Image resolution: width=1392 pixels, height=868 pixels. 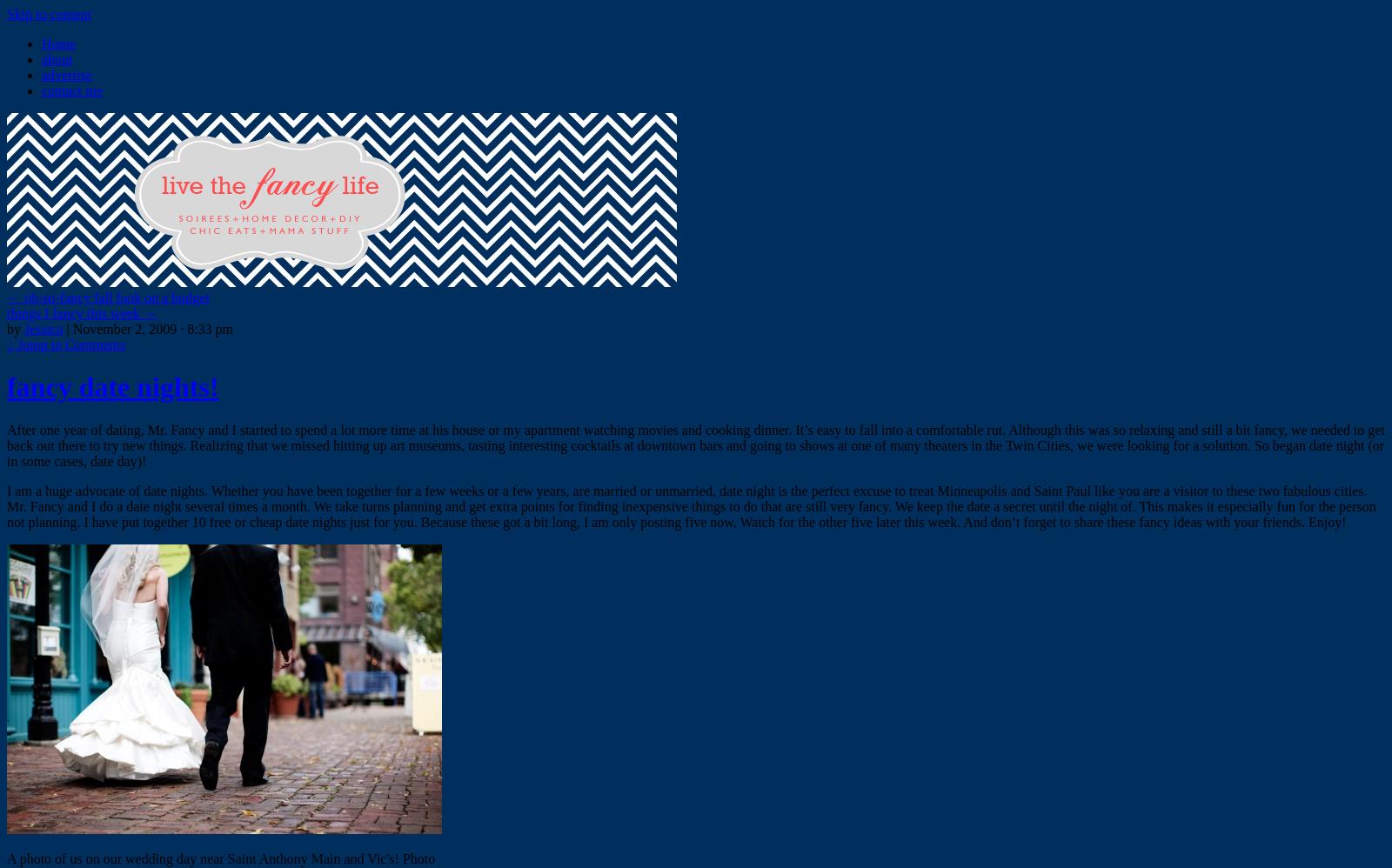 What do you see at coordinates (13, 328) in the screenshot?
I see `'by'` at bounding box center [13, 328].